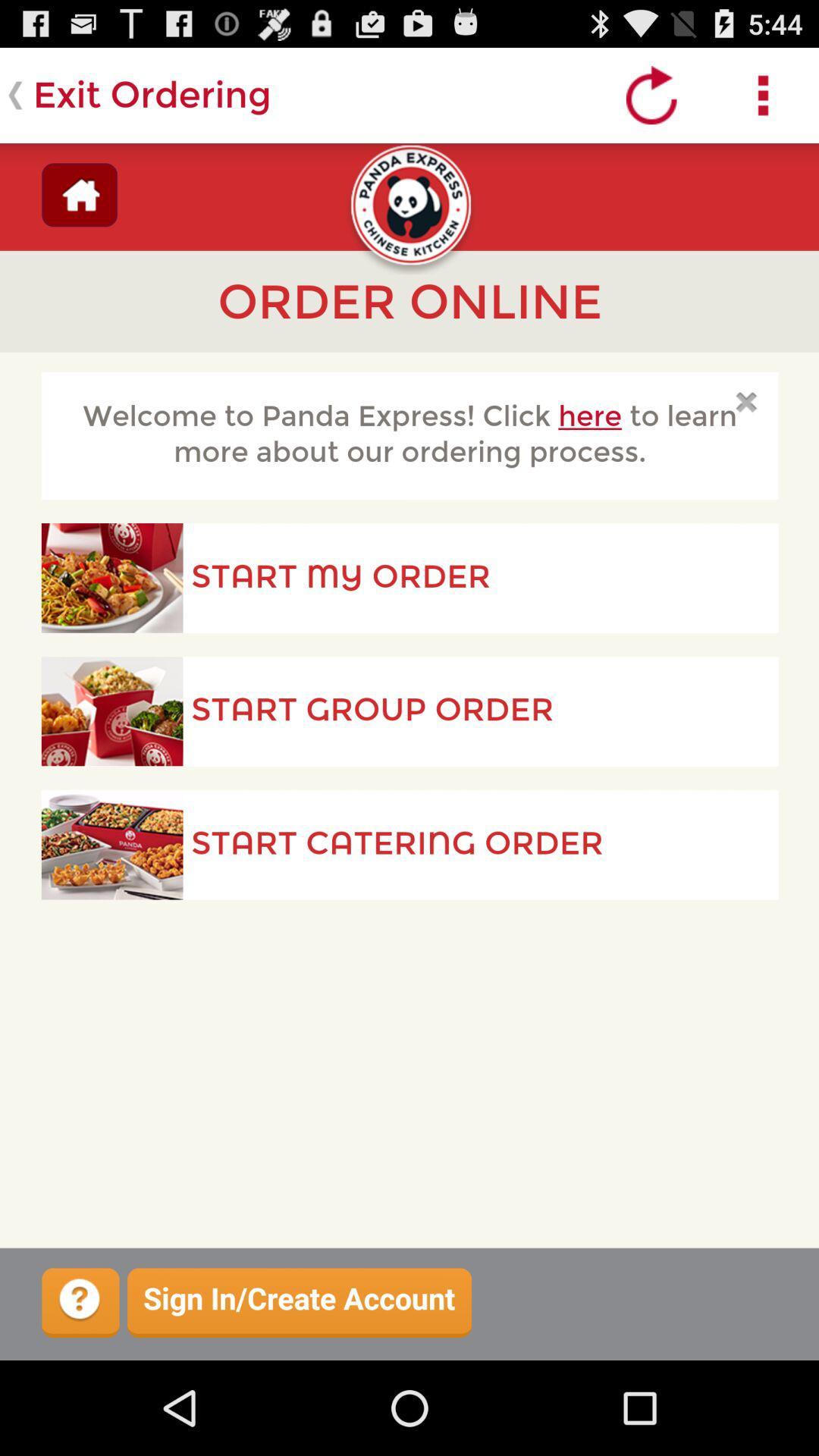 This screenshot has width=819, height=1456. I want to click on refresh, so click(651, 94).